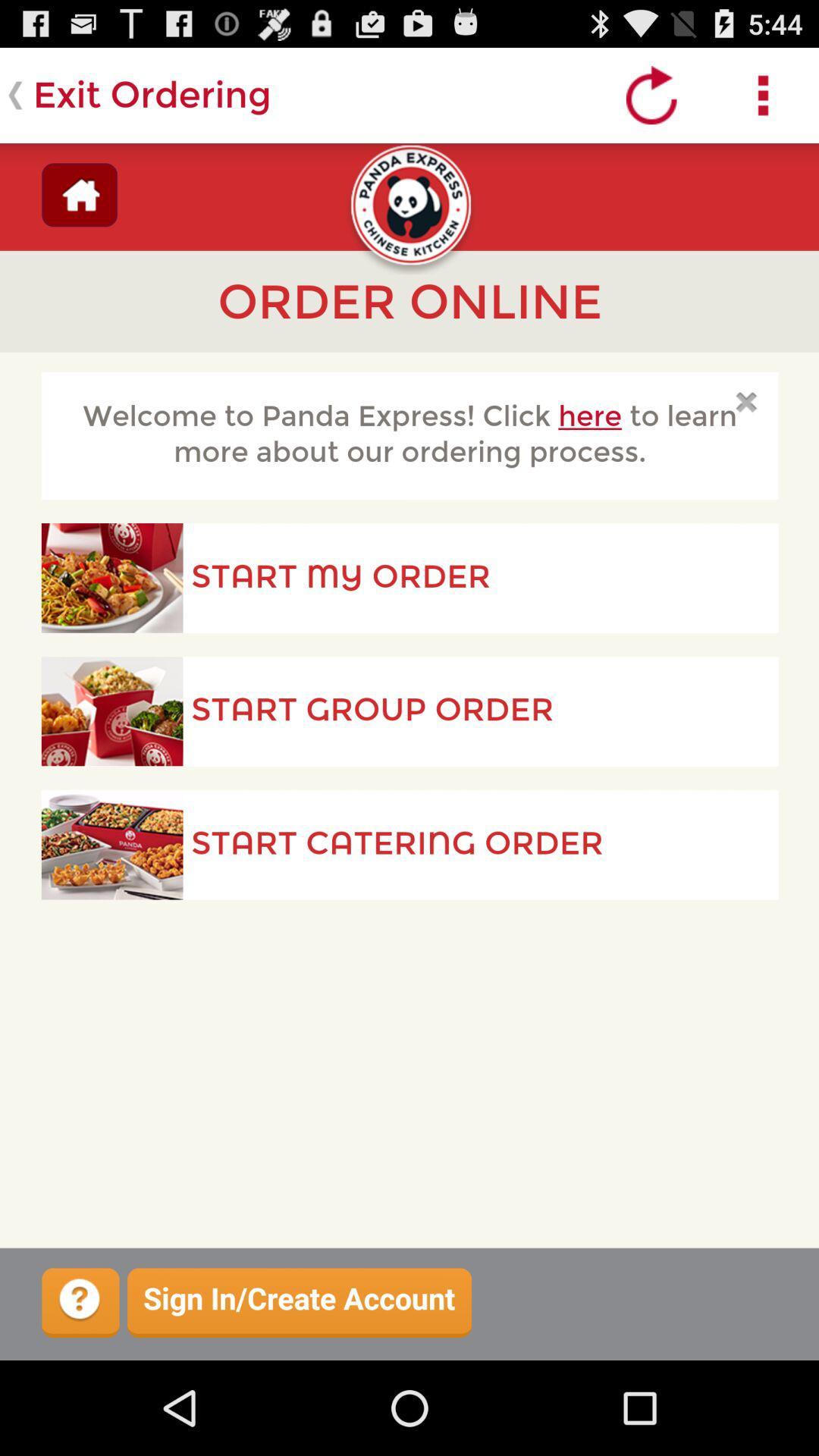 This screenshot has width=819, height=1456. I want to click on refresh, so click(651, 94).